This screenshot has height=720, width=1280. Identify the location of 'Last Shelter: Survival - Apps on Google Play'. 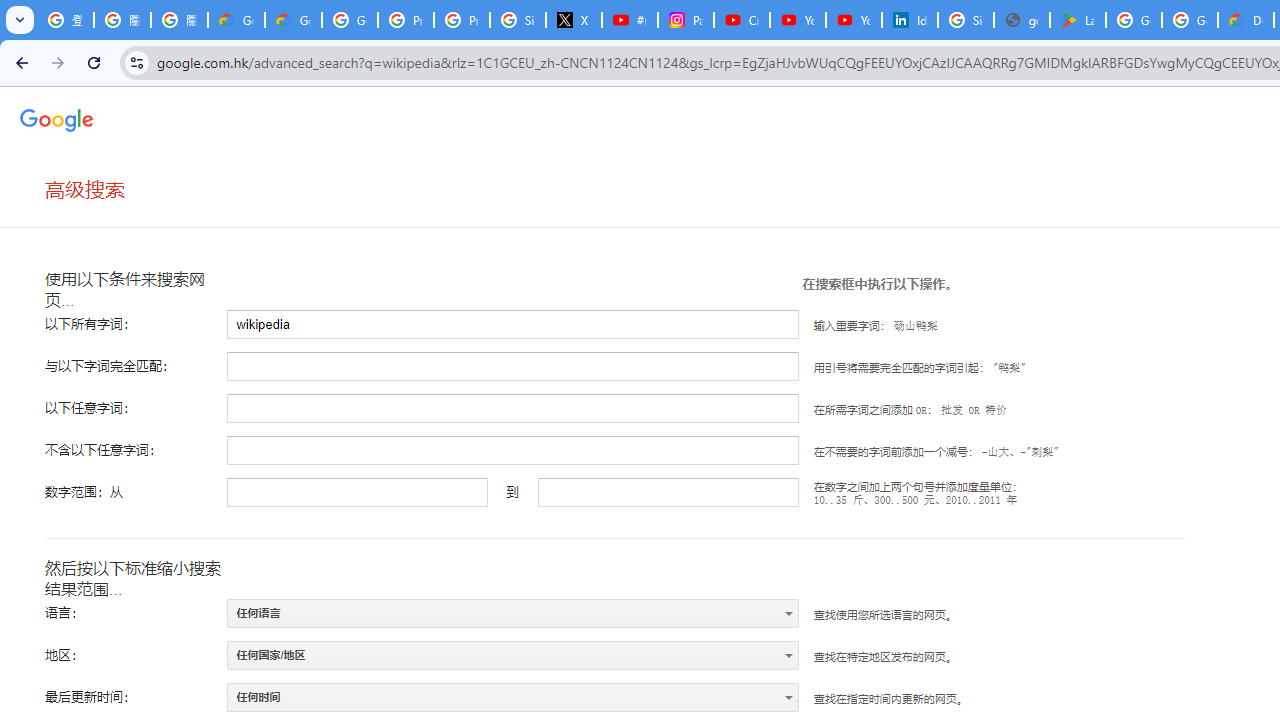
(1076, 20).